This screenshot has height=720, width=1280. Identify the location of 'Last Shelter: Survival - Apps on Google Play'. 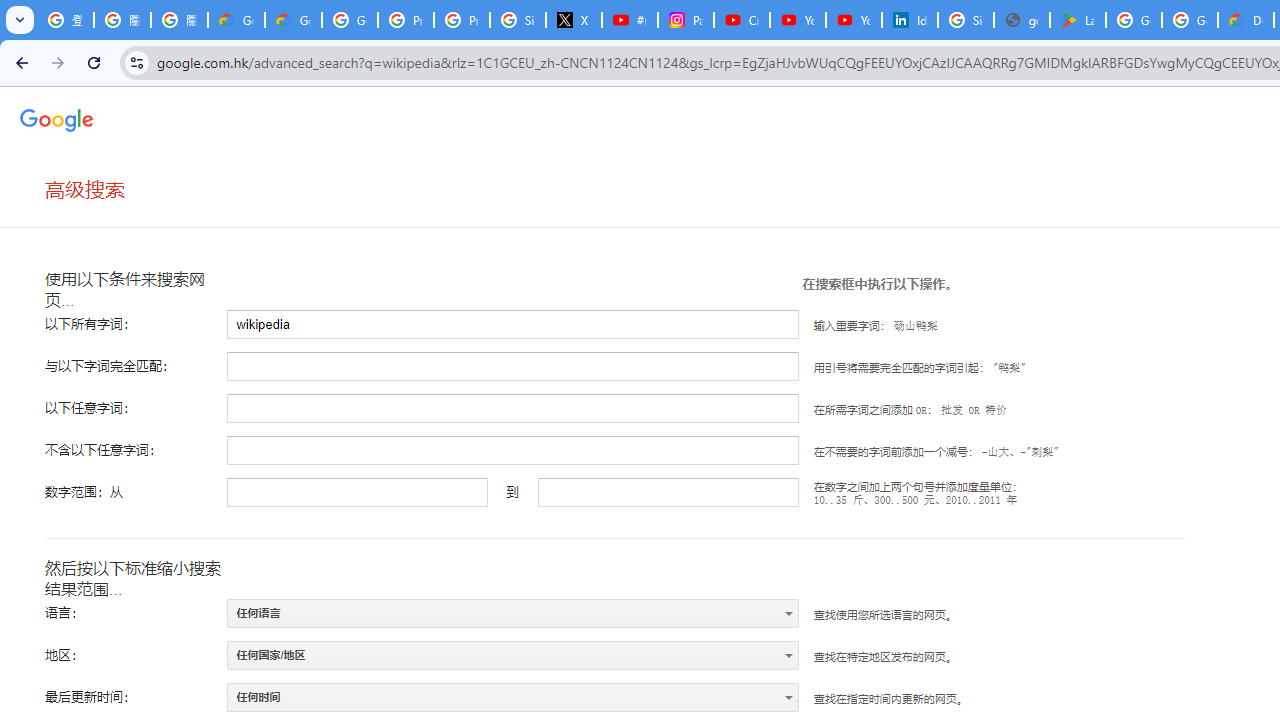
(1076, 20).